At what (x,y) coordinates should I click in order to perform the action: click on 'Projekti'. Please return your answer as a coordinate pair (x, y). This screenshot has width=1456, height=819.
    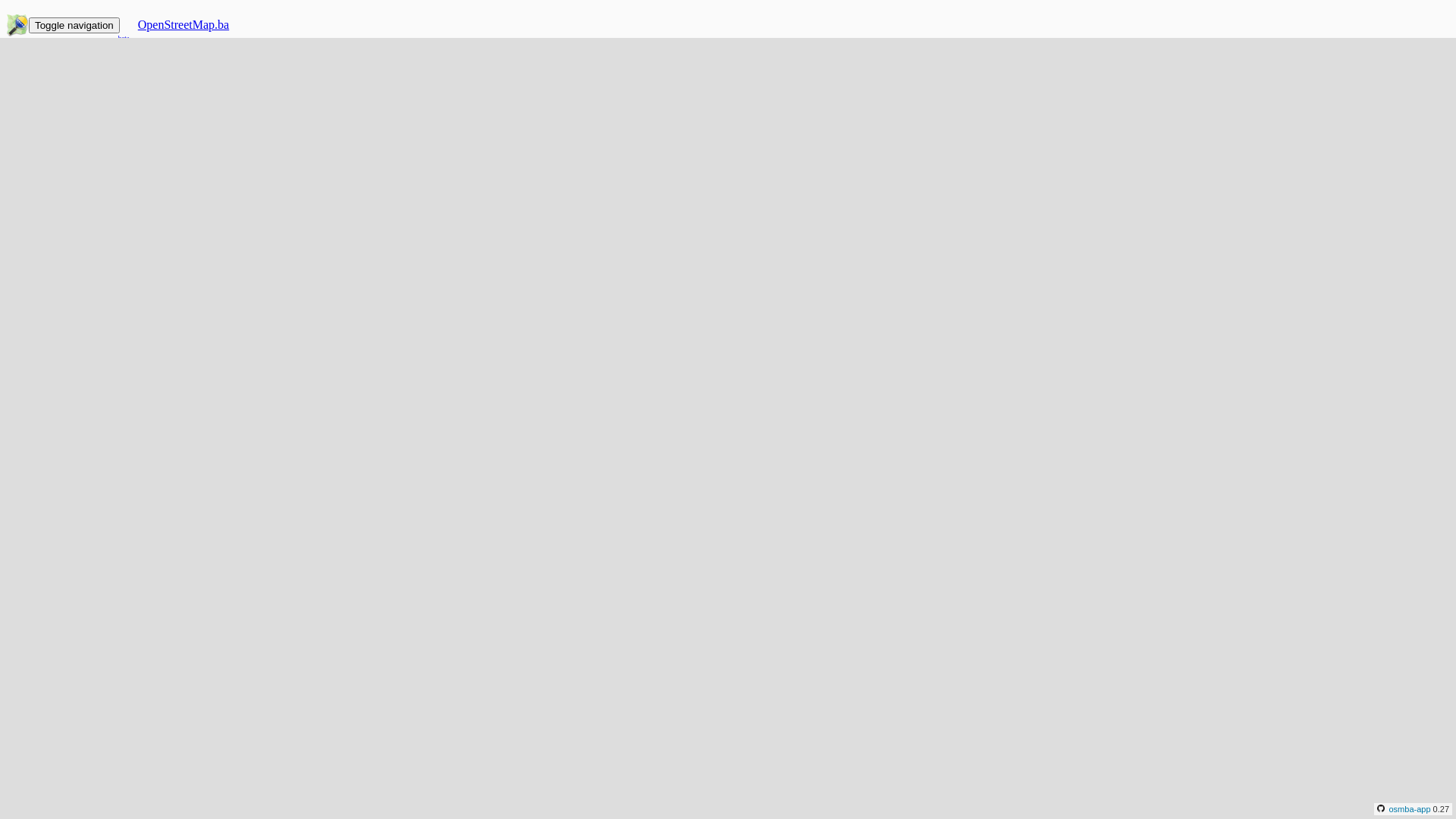
    Looking at the image, I should click on (55, 116).